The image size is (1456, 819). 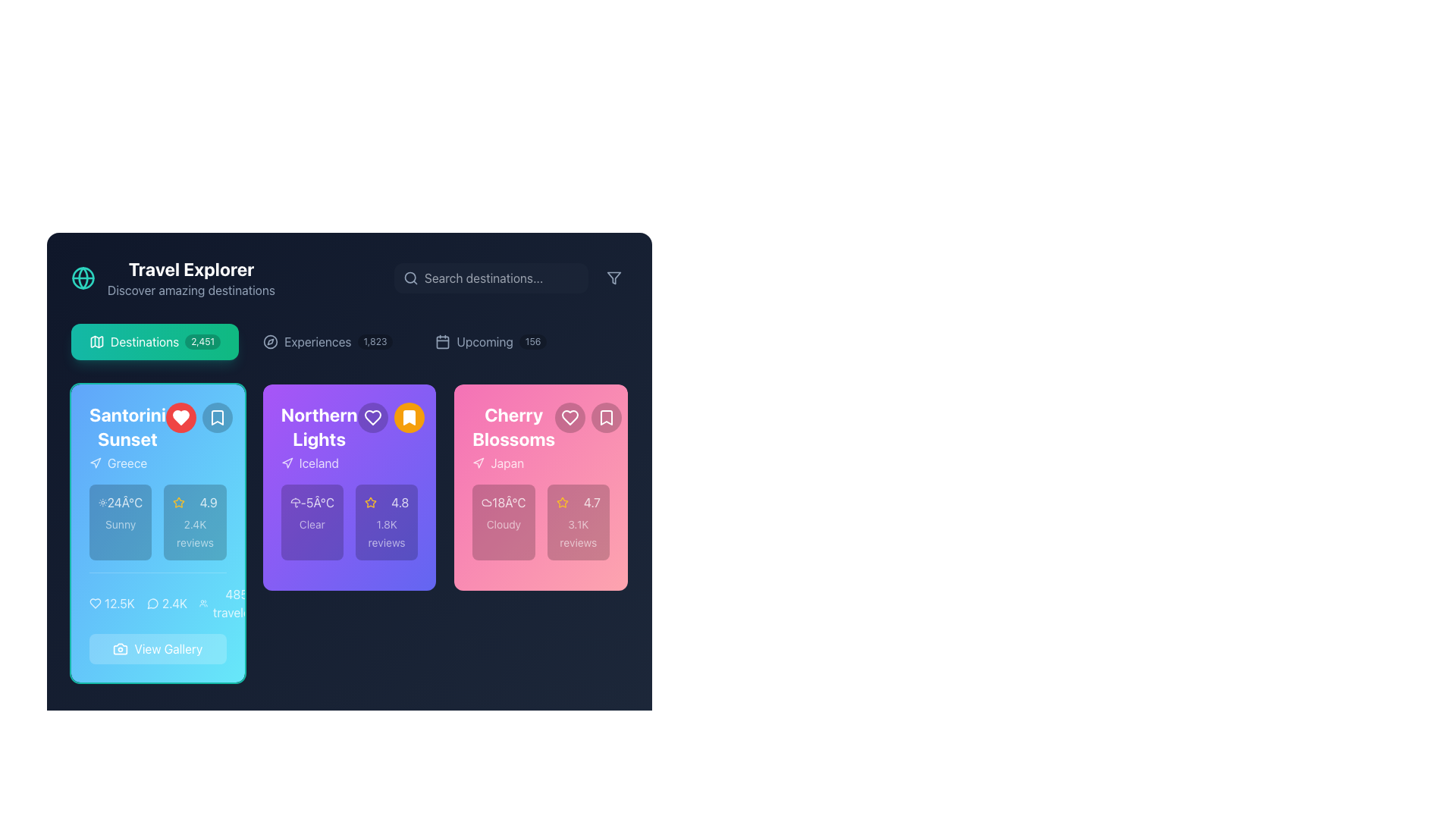 I want to click on numerical rating displayed on the Text Label located to the right of the gold-colored star icon in the blue card titled 'Santorini Sunset', so click(x=208, y=503).